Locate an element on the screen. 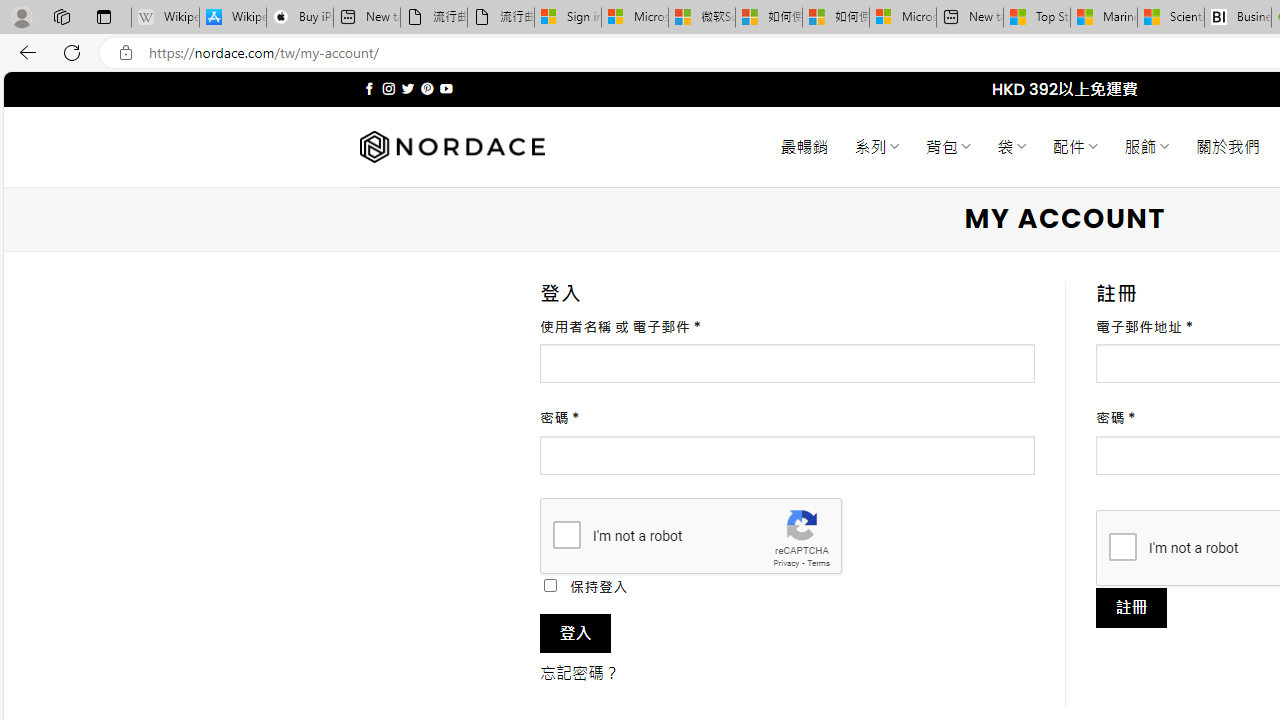 This screenshot has width=1280, height=720. 'Terms' is located at coordinates (818, 563).